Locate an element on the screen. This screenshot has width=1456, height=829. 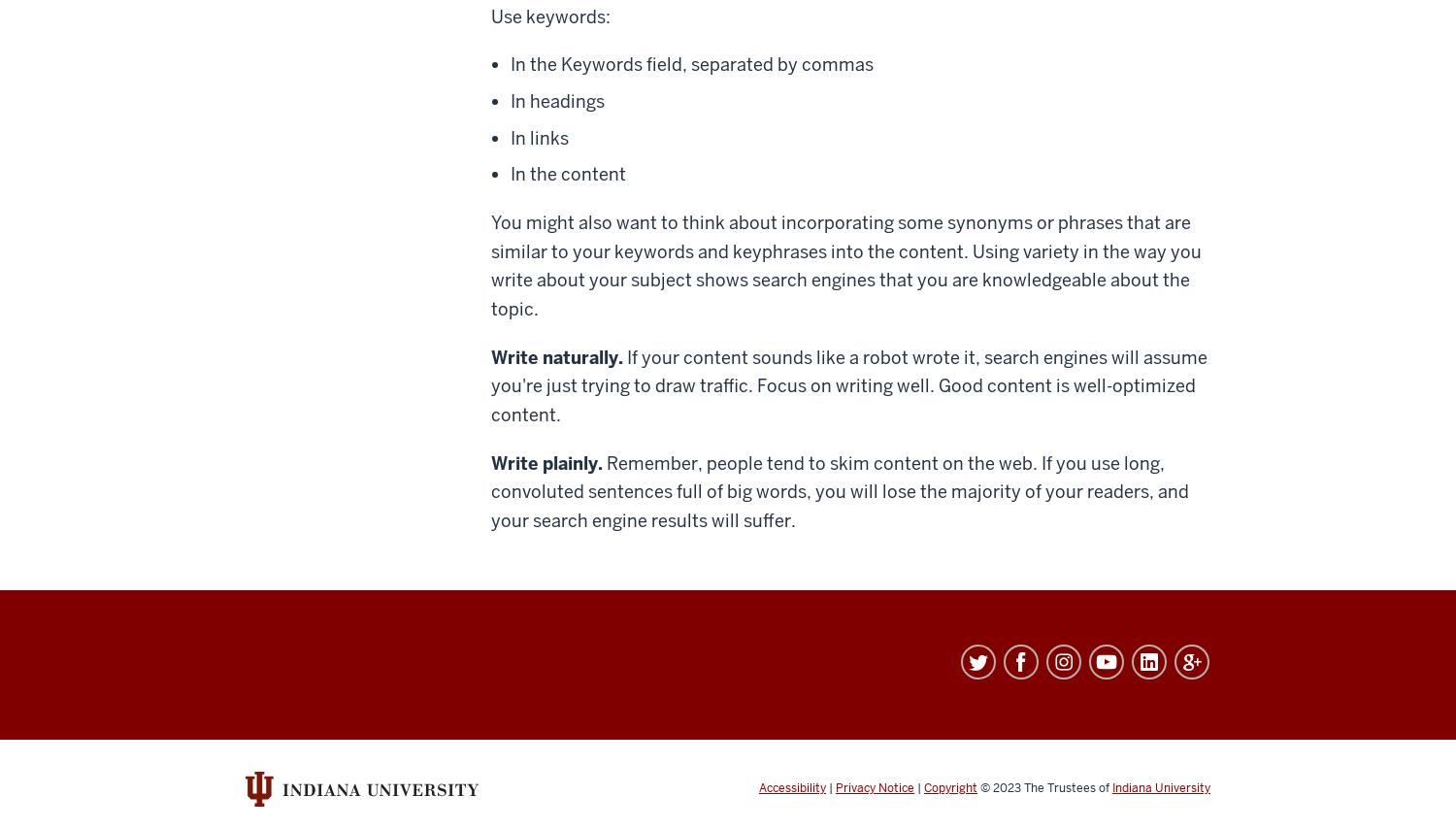
'In the content' is located at coordinates (567, 173).